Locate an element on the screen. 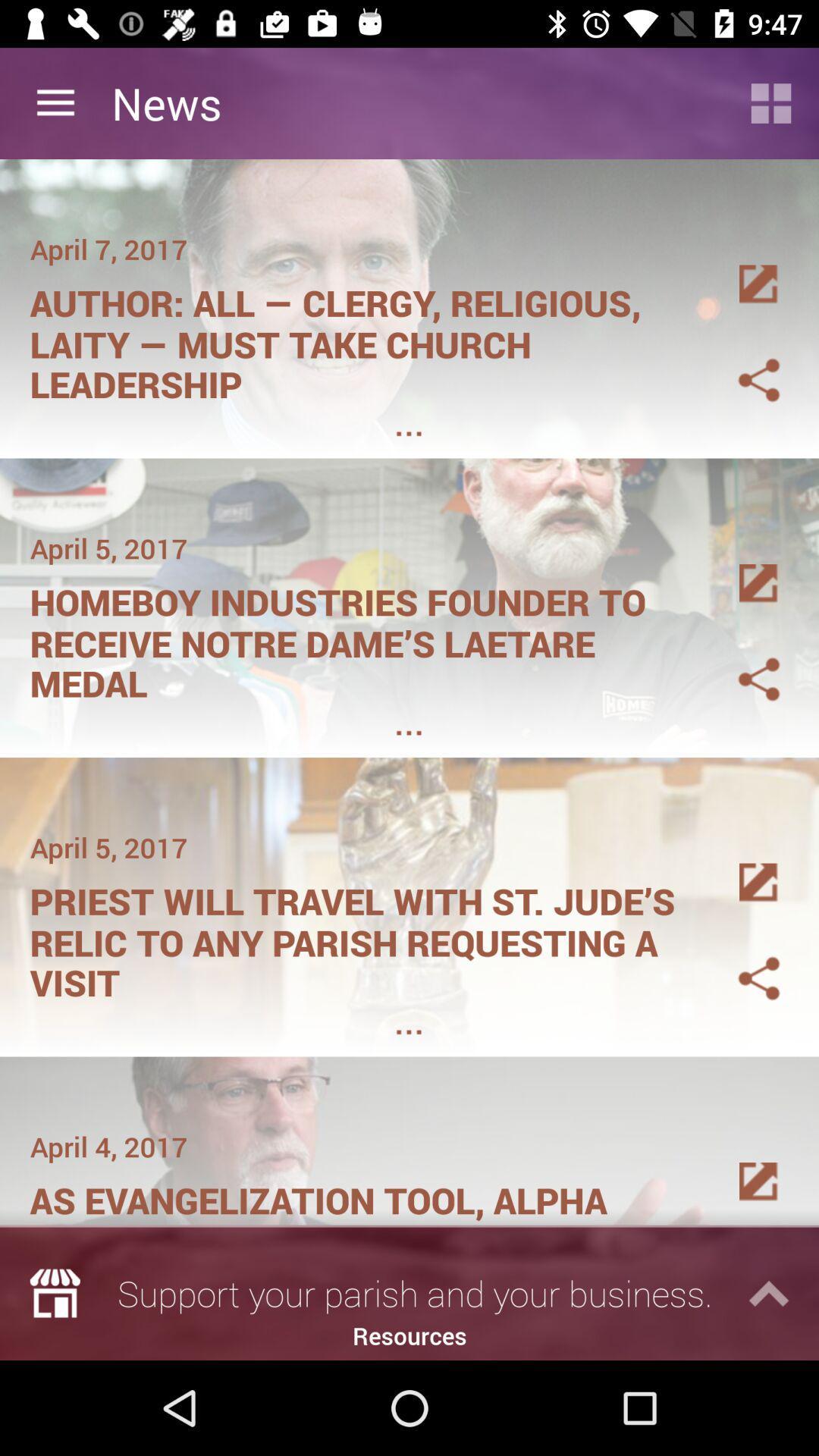  press the details is located at coordinates (740, 864).